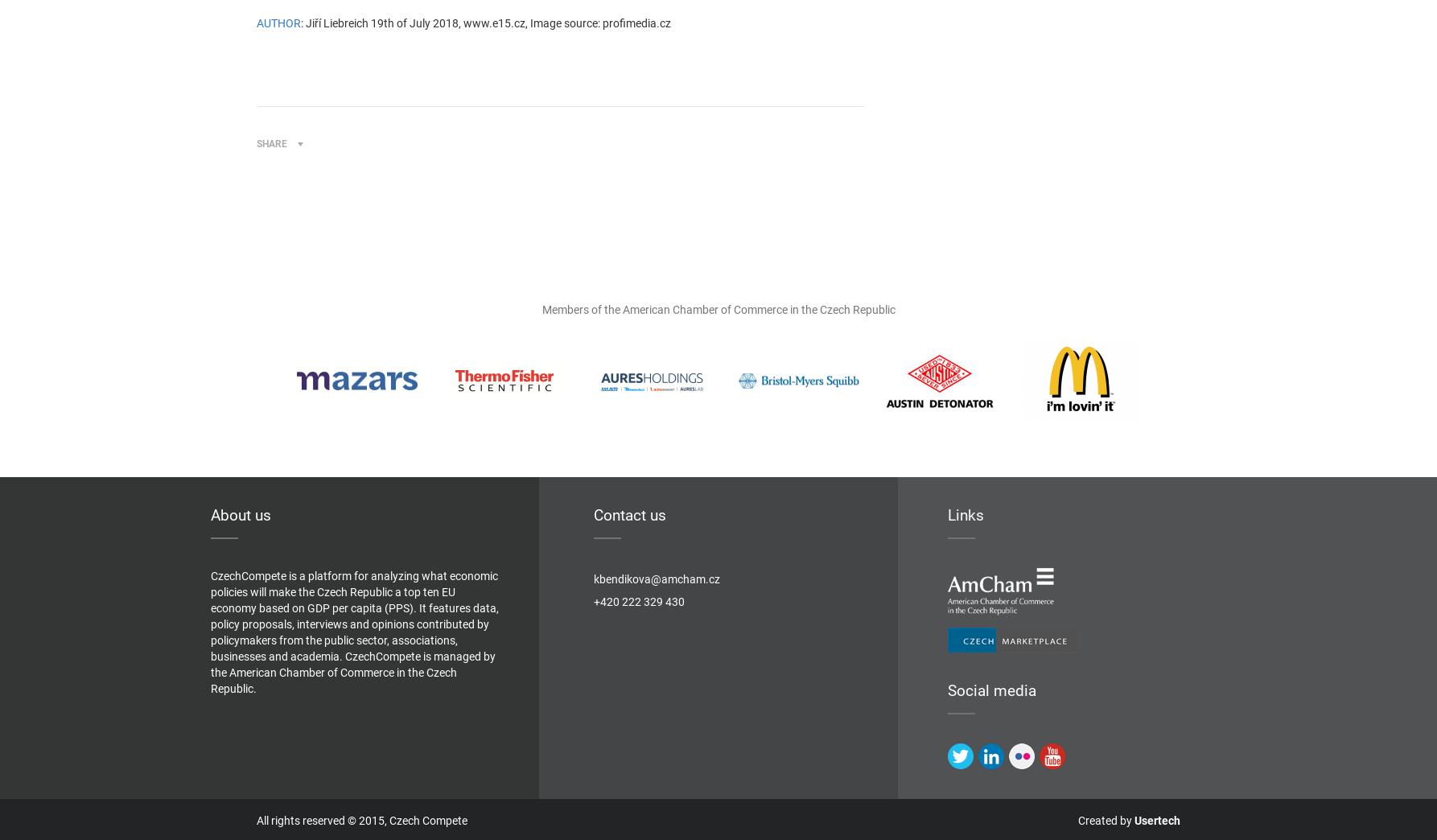 The height and width of the screenshot is (840, 1437). Describe the element at coordinates (966, 515) in the screenshot. I see `'Links'` at that location.